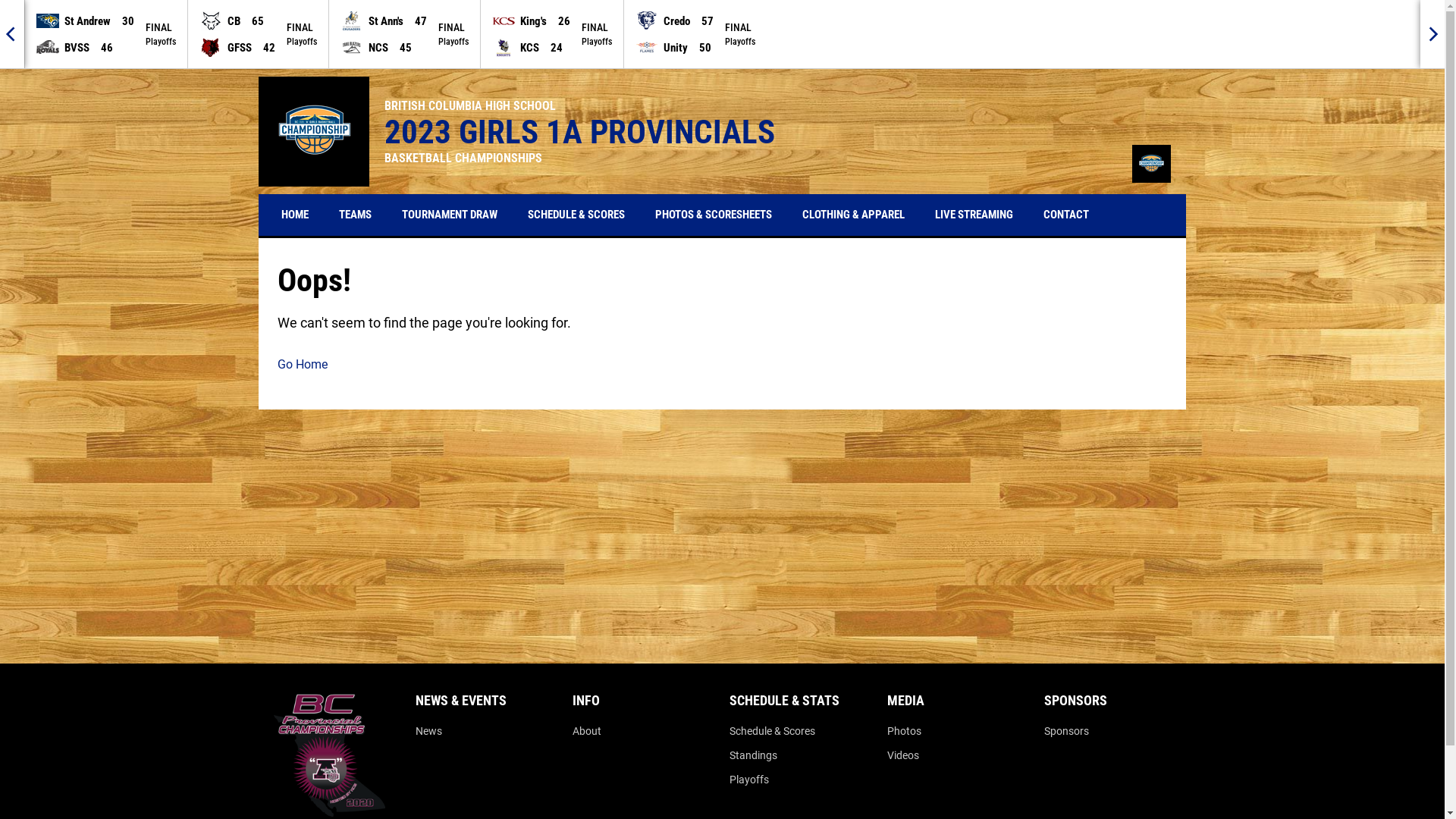 The width and height of the screenshot is (1456, 819). Describe the element at coordinates (585, 730) in the screenshot. I see `'About'` at that location.